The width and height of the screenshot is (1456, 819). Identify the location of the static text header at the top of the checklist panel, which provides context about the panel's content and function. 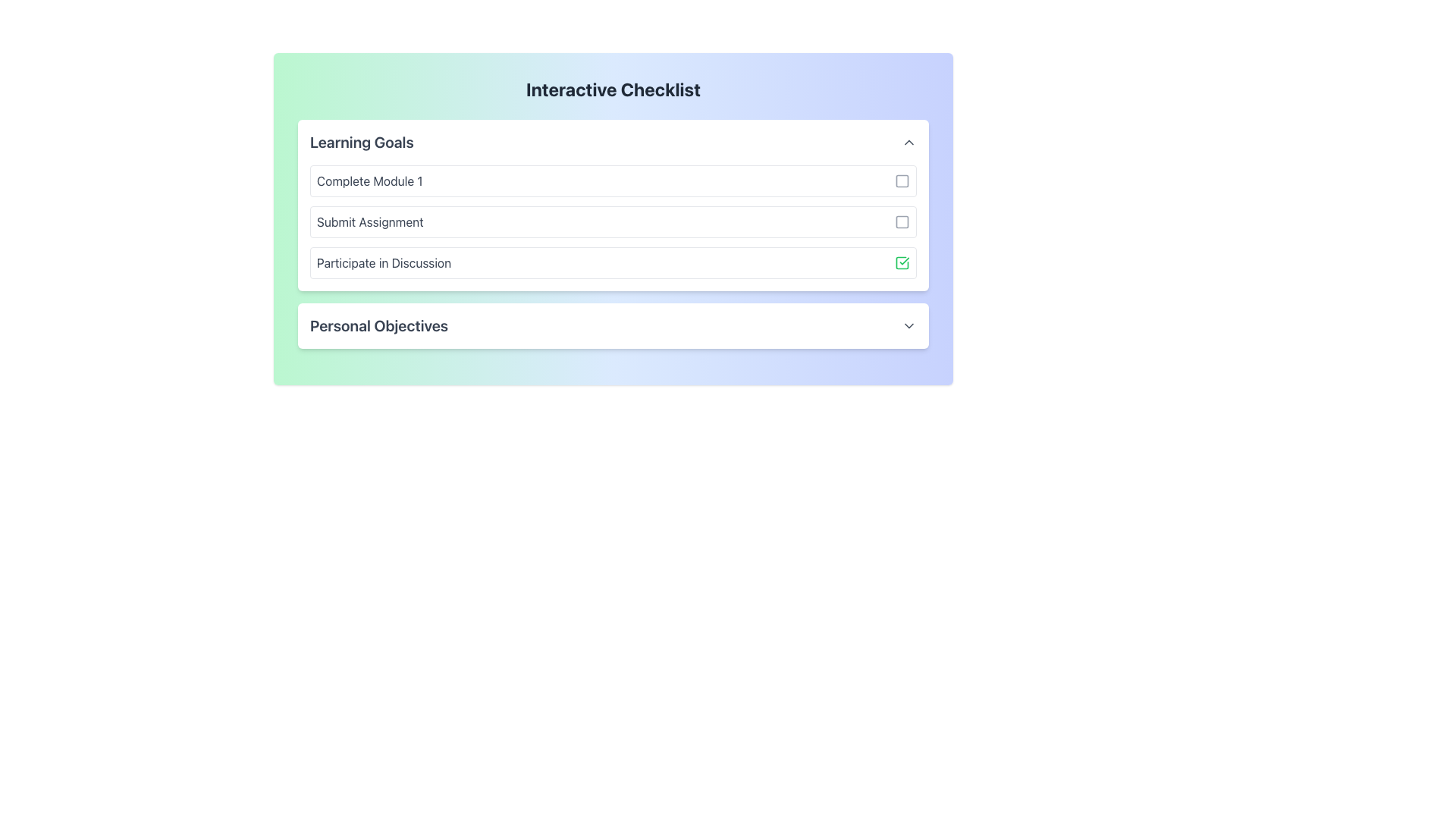
(613, 89).